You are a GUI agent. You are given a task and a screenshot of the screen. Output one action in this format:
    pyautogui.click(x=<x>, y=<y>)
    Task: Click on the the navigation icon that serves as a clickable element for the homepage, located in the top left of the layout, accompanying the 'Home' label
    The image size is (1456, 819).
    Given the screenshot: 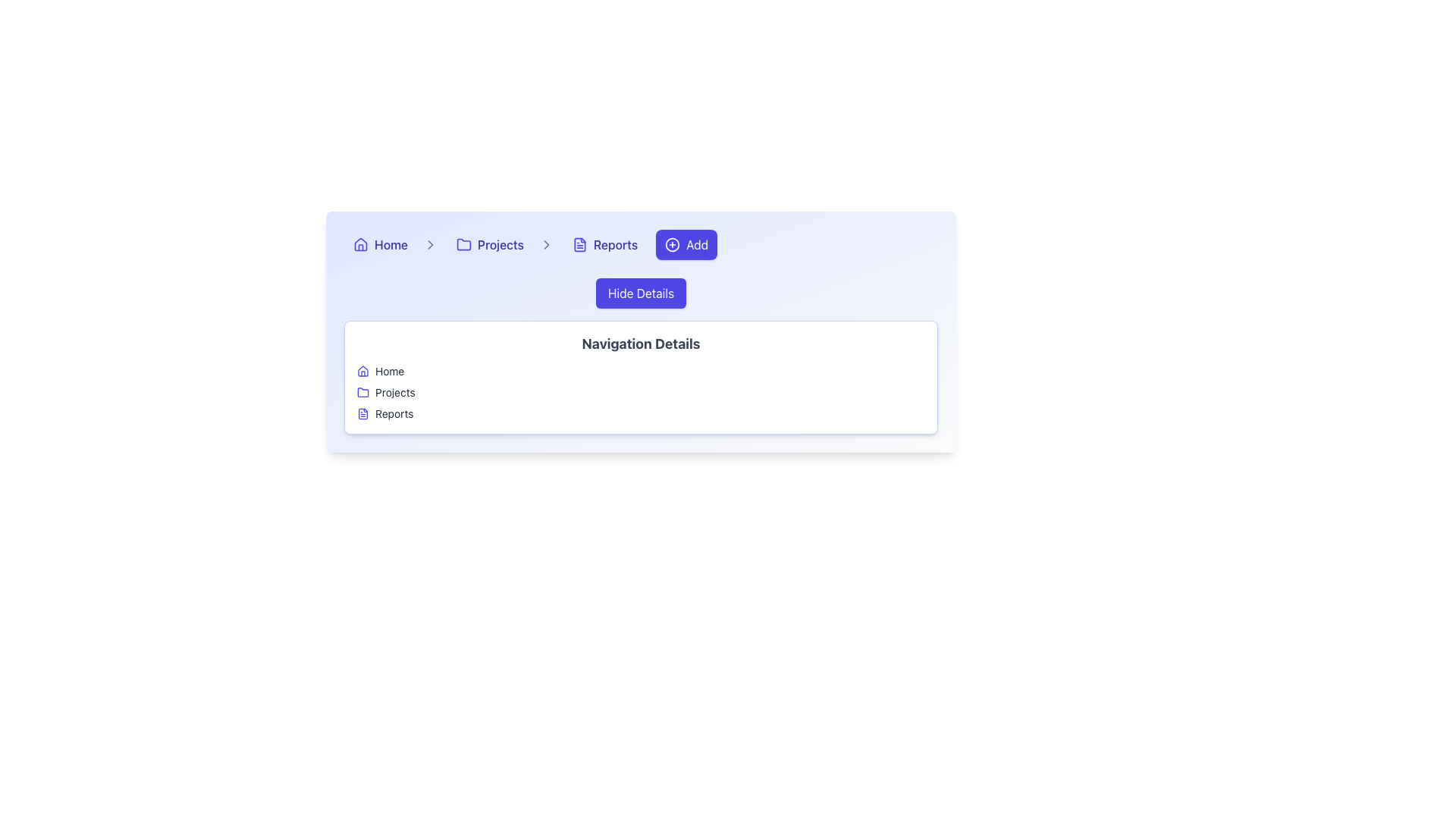 What is the action you would take?
    pyautogui.click(x=362, y=371)
    